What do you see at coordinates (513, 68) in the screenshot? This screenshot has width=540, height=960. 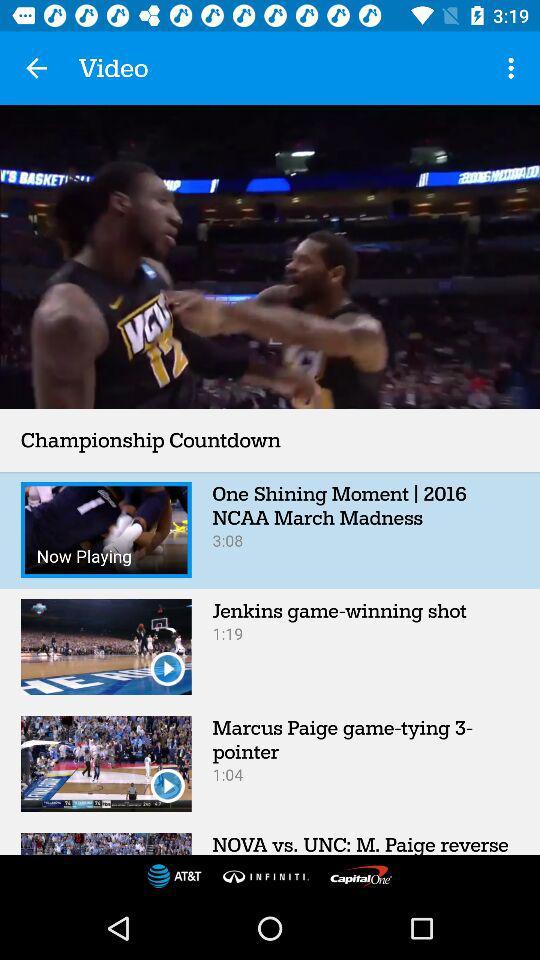 I see `icon to the right of the video icon` at bounding box center [513, 68].